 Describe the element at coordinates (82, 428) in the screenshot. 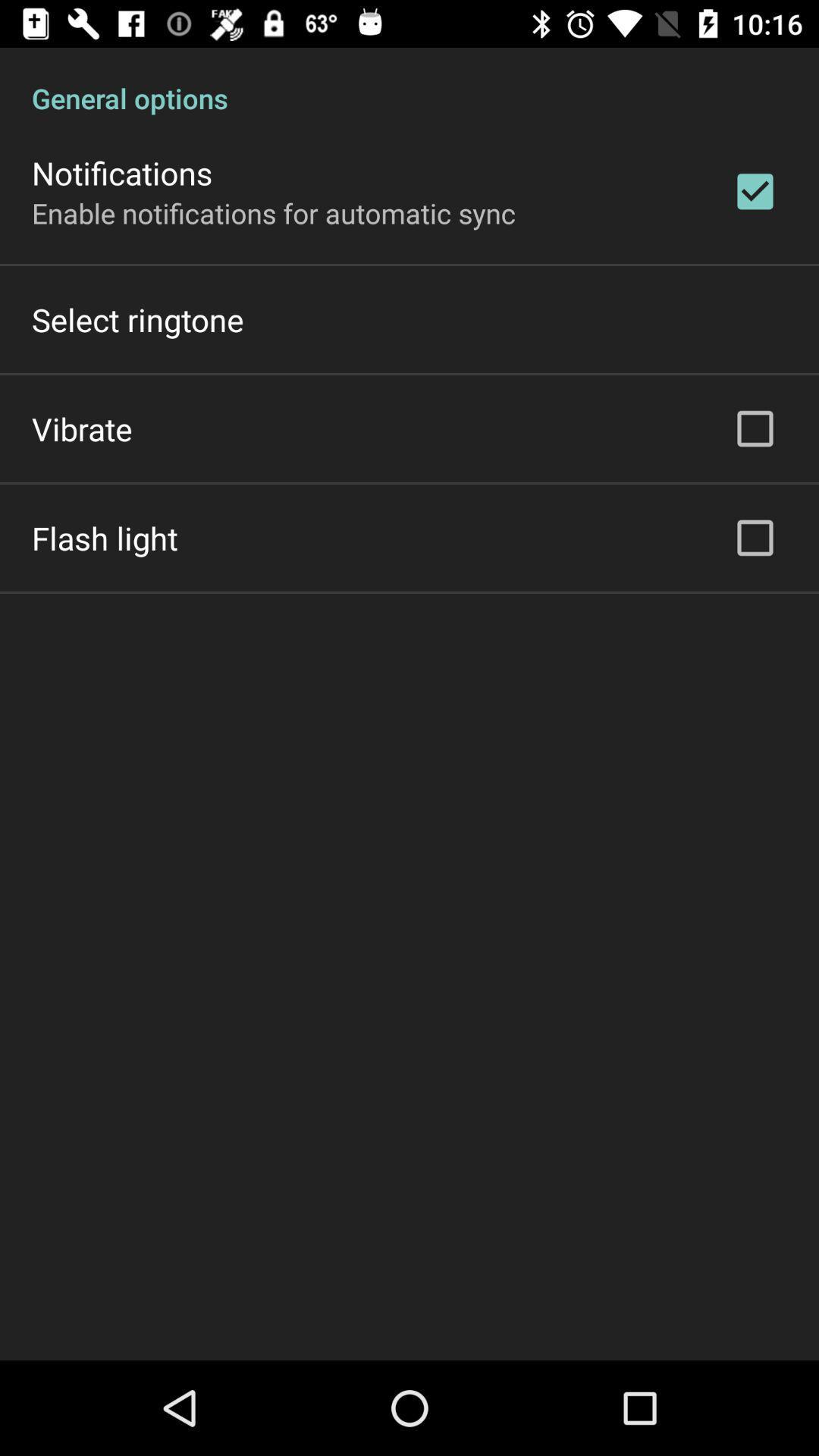

I see `icon below select ringtone` at that location.